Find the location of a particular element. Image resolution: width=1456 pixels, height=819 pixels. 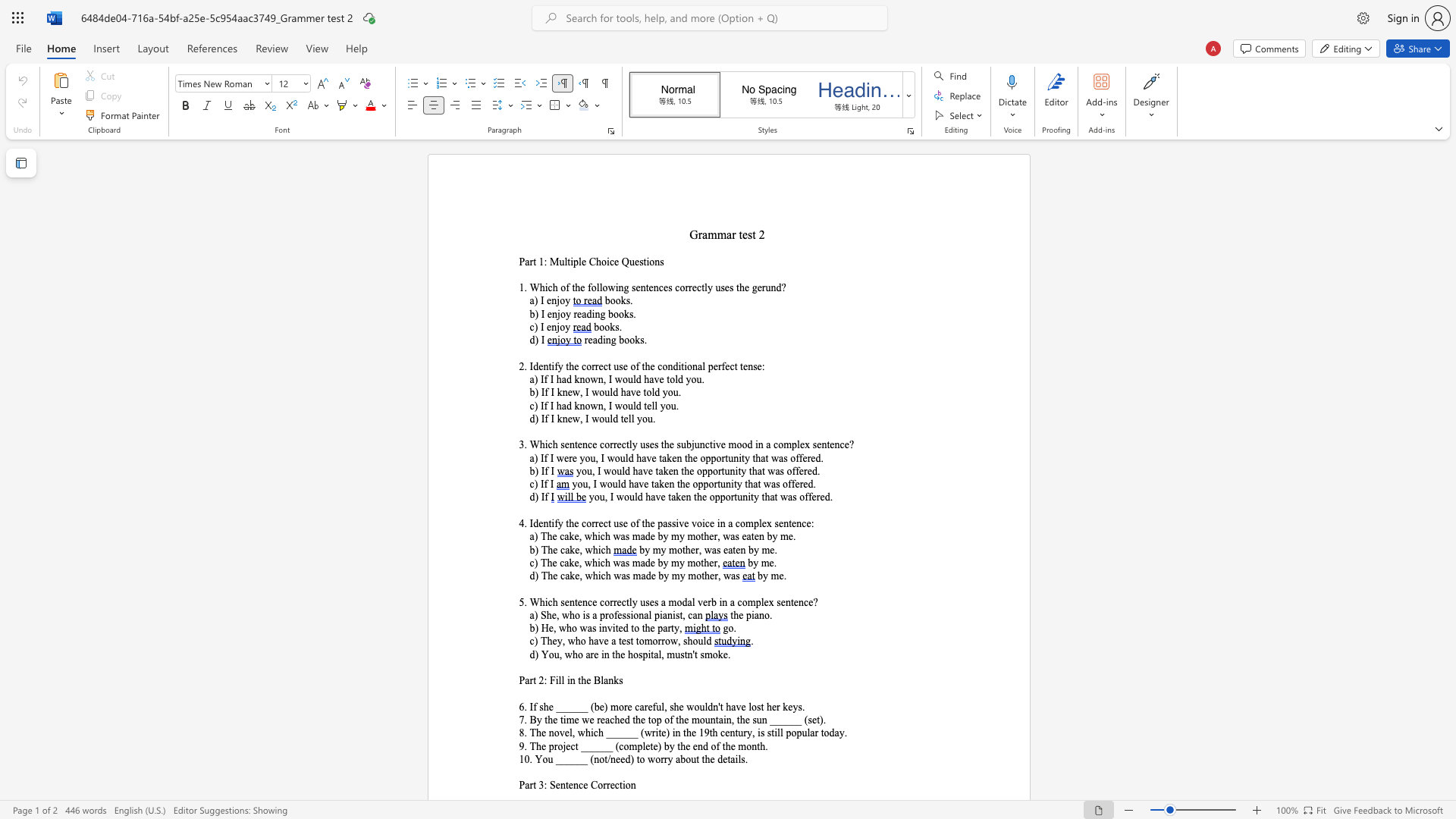

the subset text "ich sentence correctly uses a modal verb in a com" within the text "5. Which sentence correctly uses a modal verb in a complex sentence?" is located at coordinates (544, 601).